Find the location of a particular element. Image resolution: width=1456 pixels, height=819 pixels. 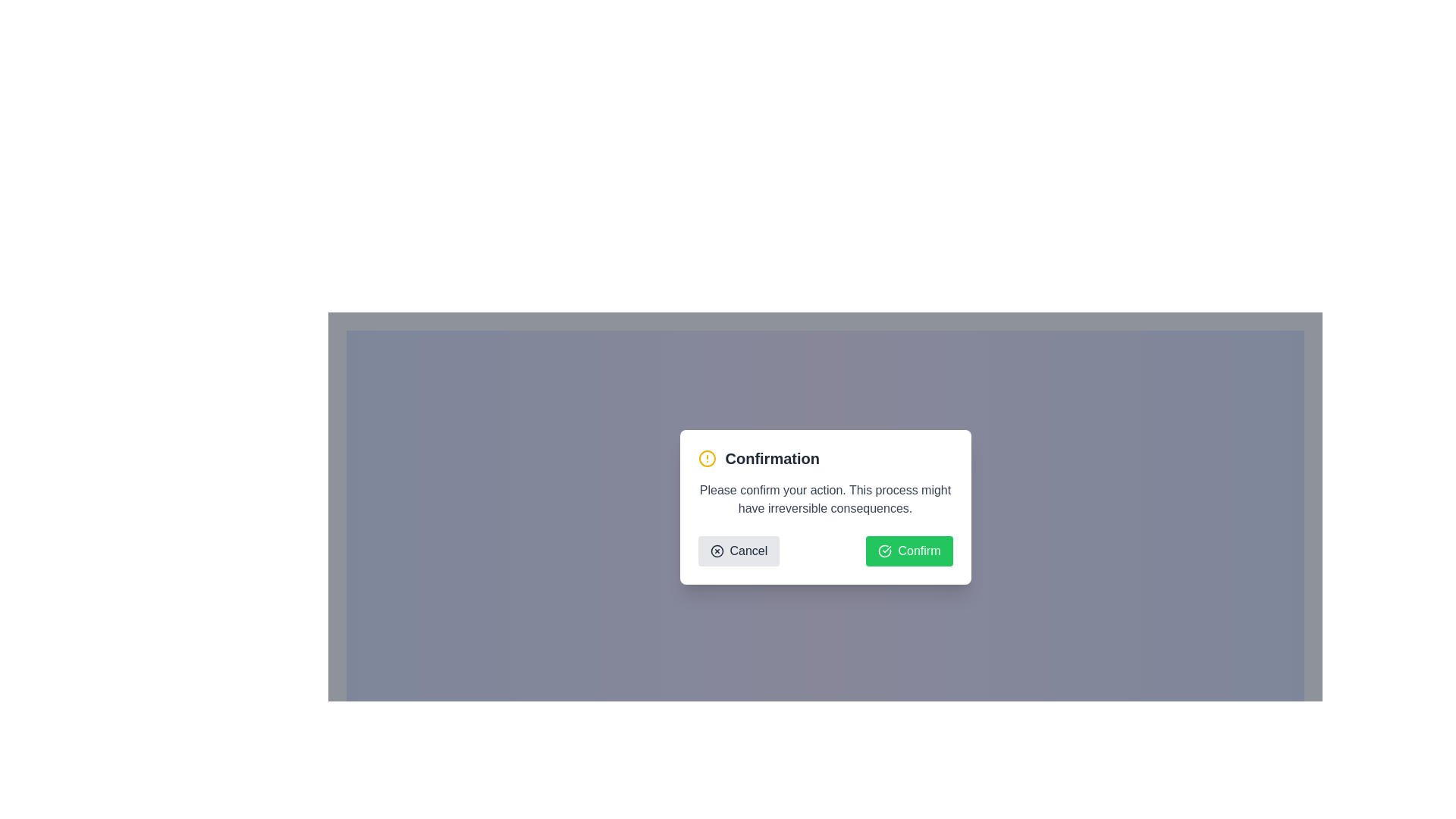

the purpose of the confirmation dialog box by clicking on the dialog header that contains the alert icon and title is located at coordinates (824, 457).